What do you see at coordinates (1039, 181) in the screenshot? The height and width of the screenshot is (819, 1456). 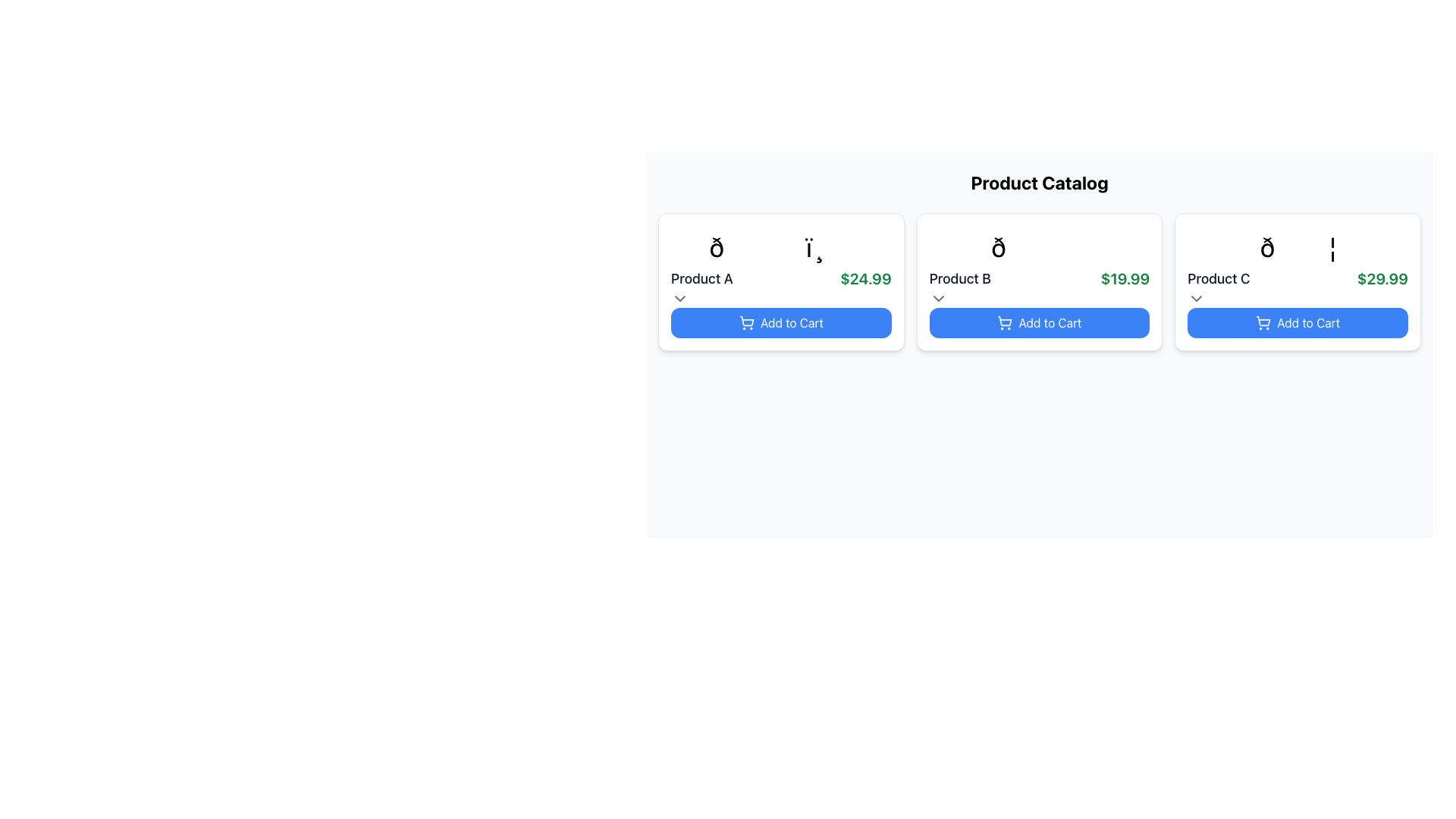 I see `the title text element that serves as the header for the section, positioned at the top center above a grid of product cards` at bounding box center [1039, 181].